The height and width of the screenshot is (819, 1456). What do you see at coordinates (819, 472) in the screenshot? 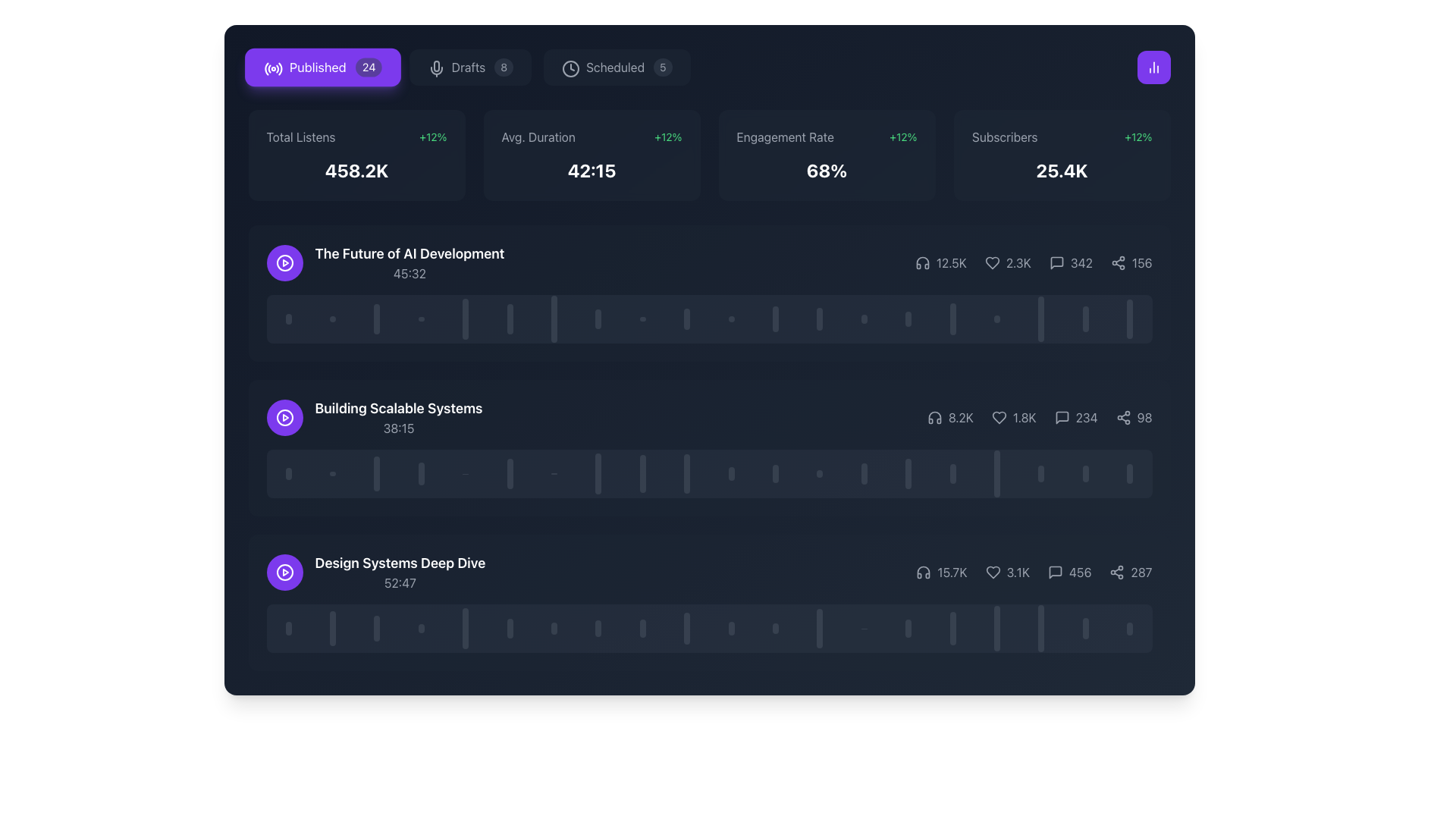
I see `the 13th vertical bar chart column element from the left, which is gray and semi-transparent, located beneath the 'Building Scalable Systems' podcast entry` at bounding box center [819, 472].